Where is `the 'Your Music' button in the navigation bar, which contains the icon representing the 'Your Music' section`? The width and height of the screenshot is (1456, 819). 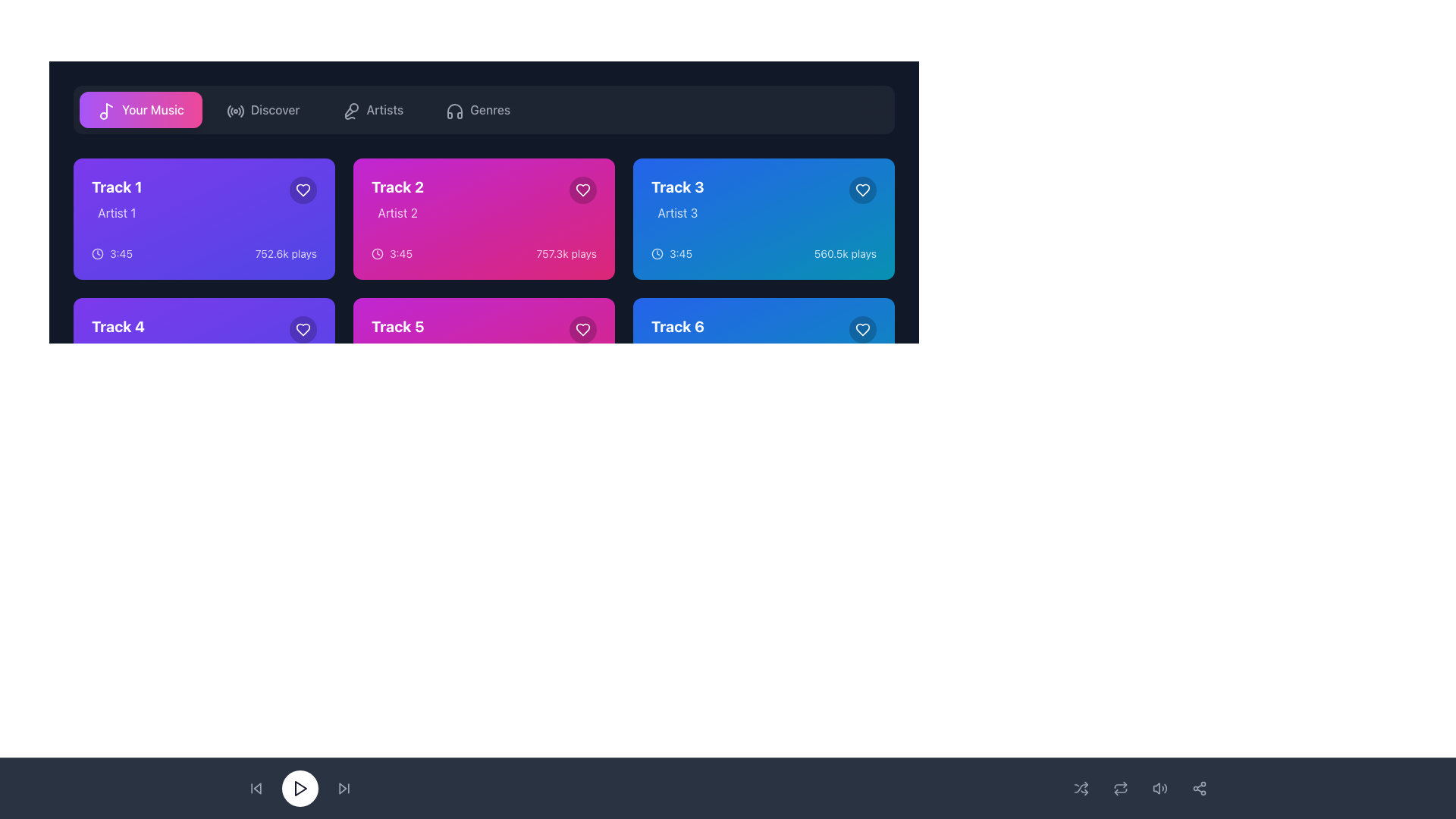
the 'Your Music' button in the navigation bar, which contains the icon representing the 'Your Music' section is located at coordinates (105, 110).